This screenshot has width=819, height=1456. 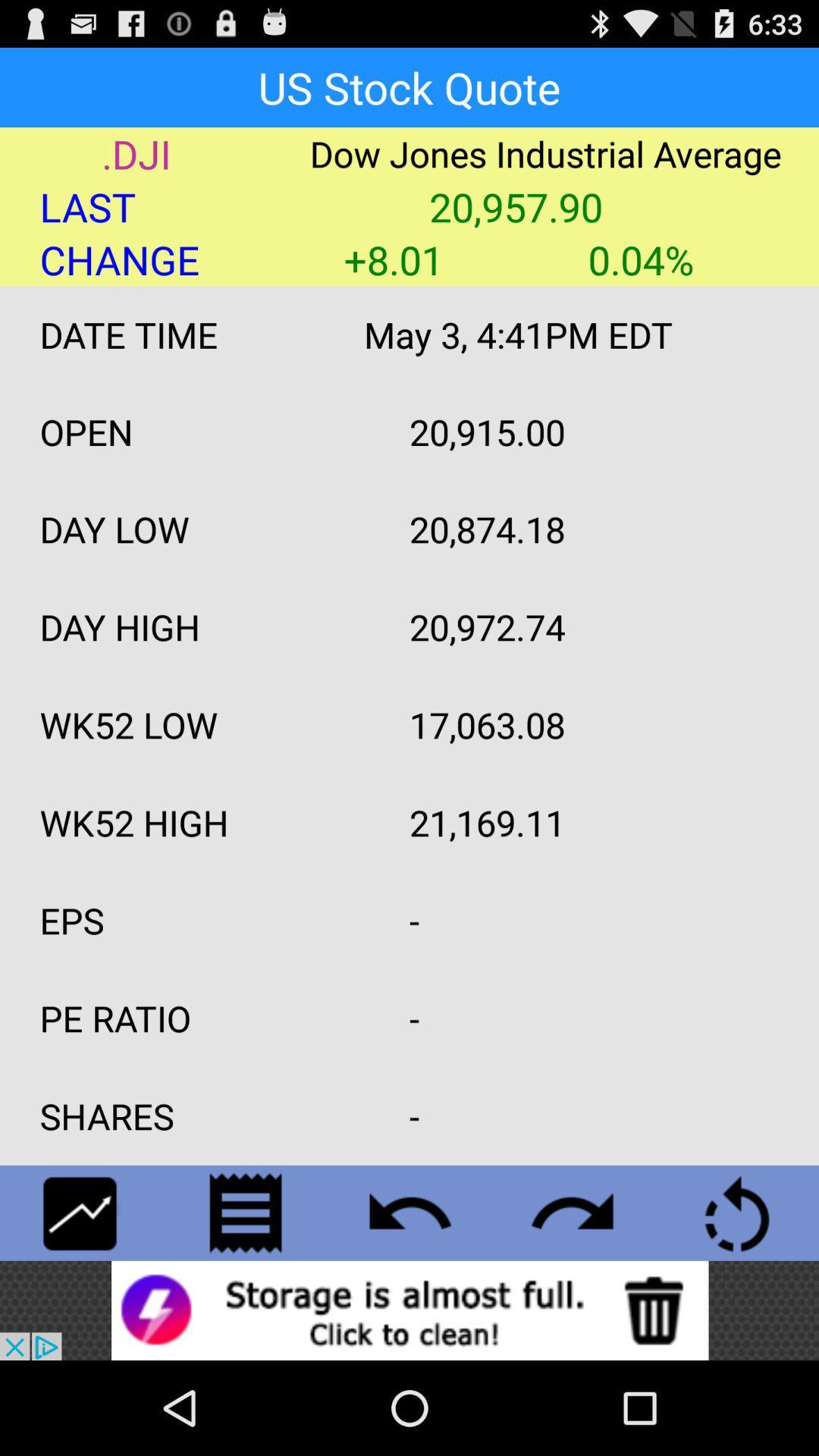 What do you see at coordinates (409, 1310) in the screenshot?
I see `open advertisement` at bounding box center [409, 1310].